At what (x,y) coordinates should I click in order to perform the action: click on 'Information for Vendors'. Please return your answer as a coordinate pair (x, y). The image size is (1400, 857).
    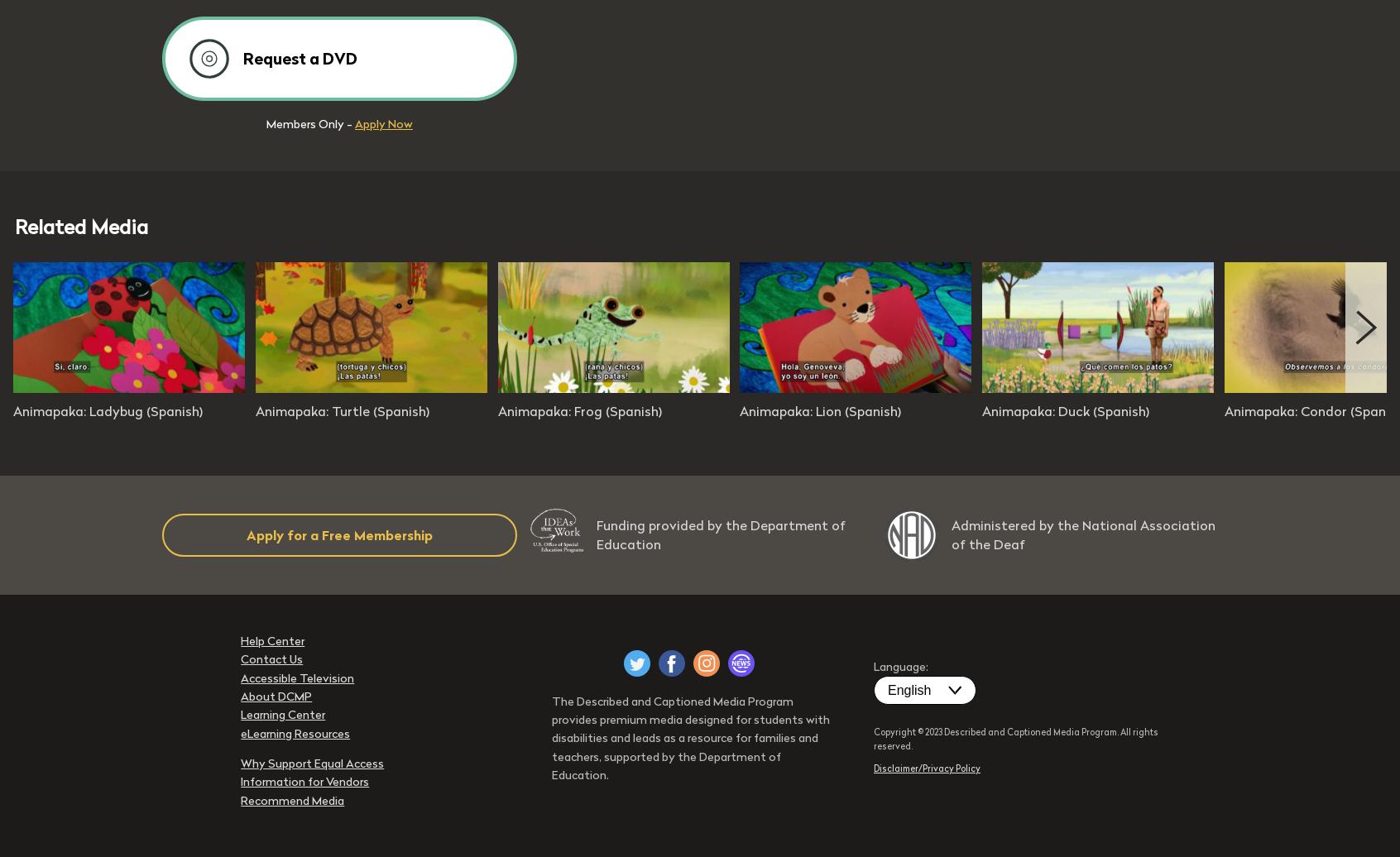
    Looking at the image, I should click on (240, 782).